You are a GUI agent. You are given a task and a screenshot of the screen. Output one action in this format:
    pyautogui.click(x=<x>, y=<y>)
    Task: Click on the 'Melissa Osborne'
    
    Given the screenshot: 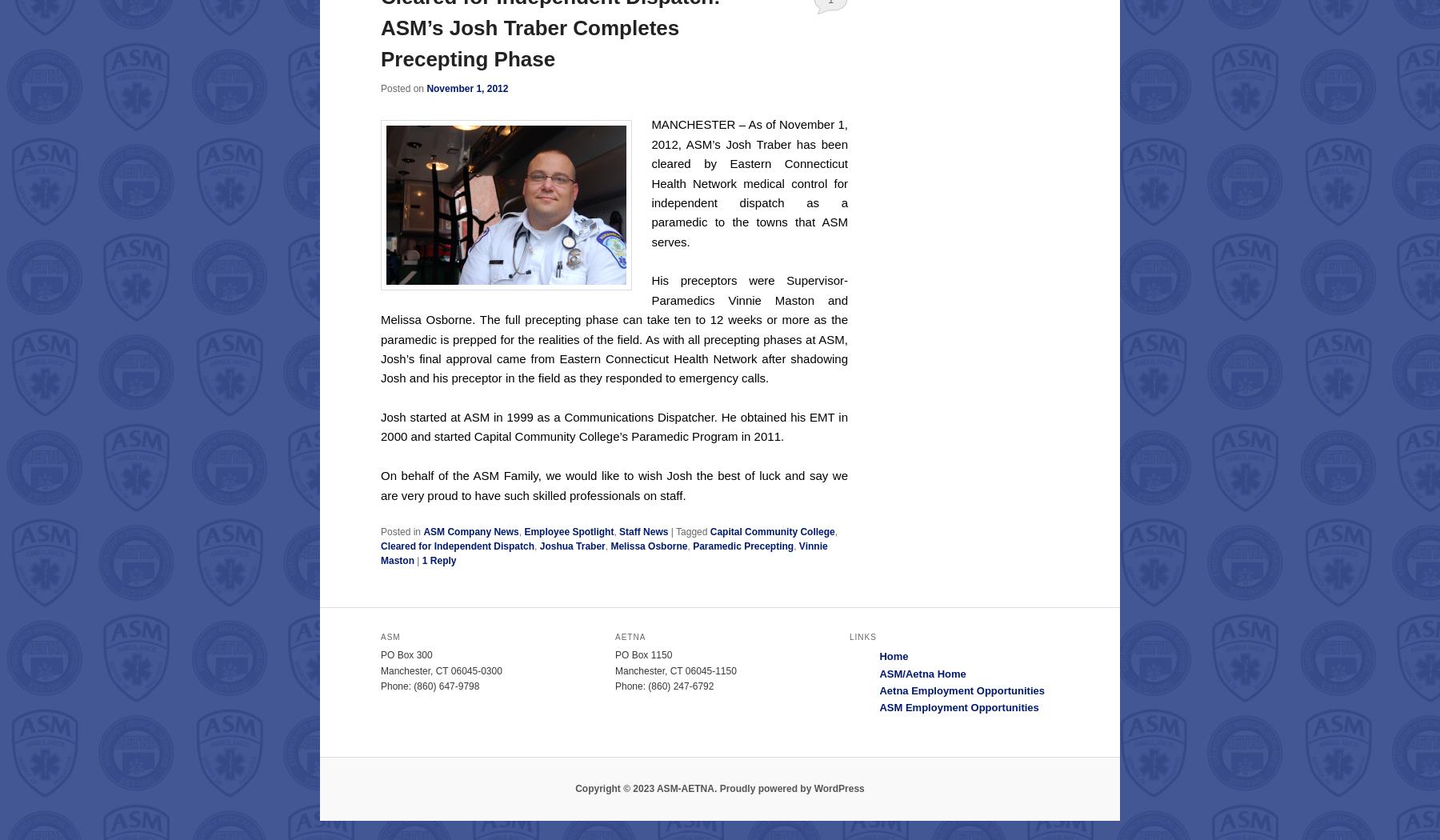 What is the action you would take?
    pyautogui.click(x=649, y=546)
    